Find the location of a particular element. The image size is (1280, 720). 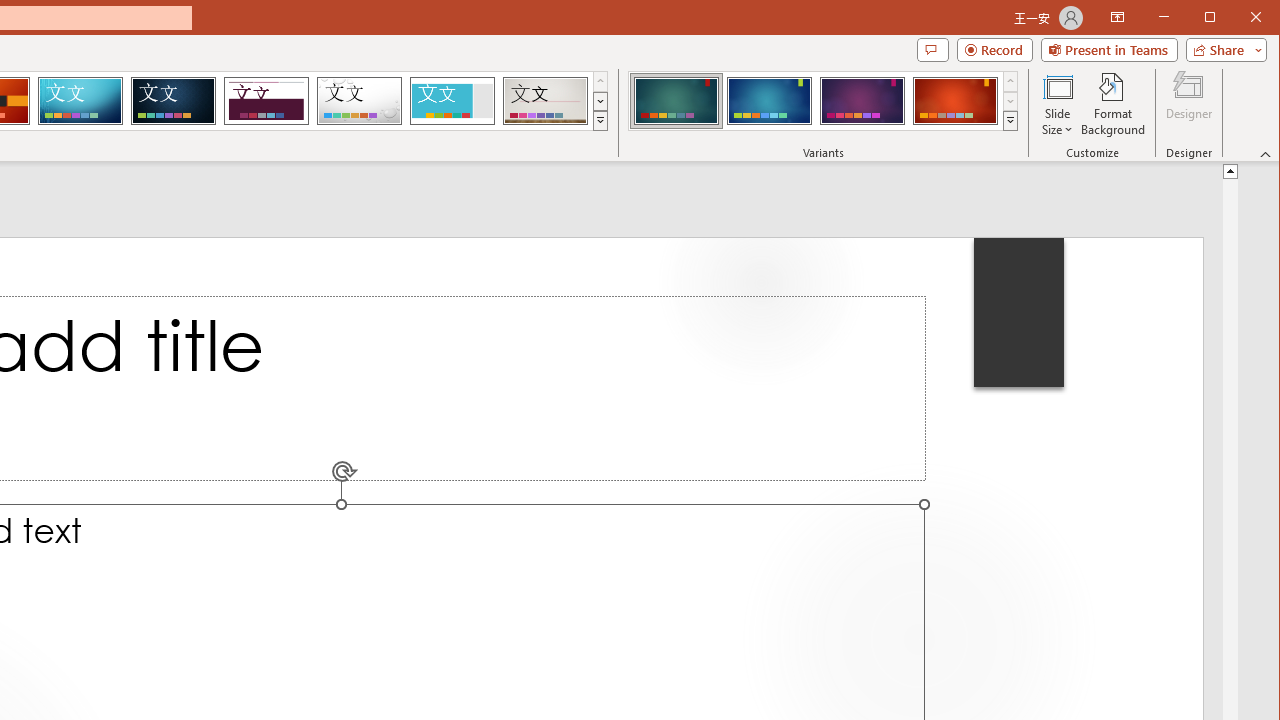

'Format Background' is located at coordinates (1112, 104).